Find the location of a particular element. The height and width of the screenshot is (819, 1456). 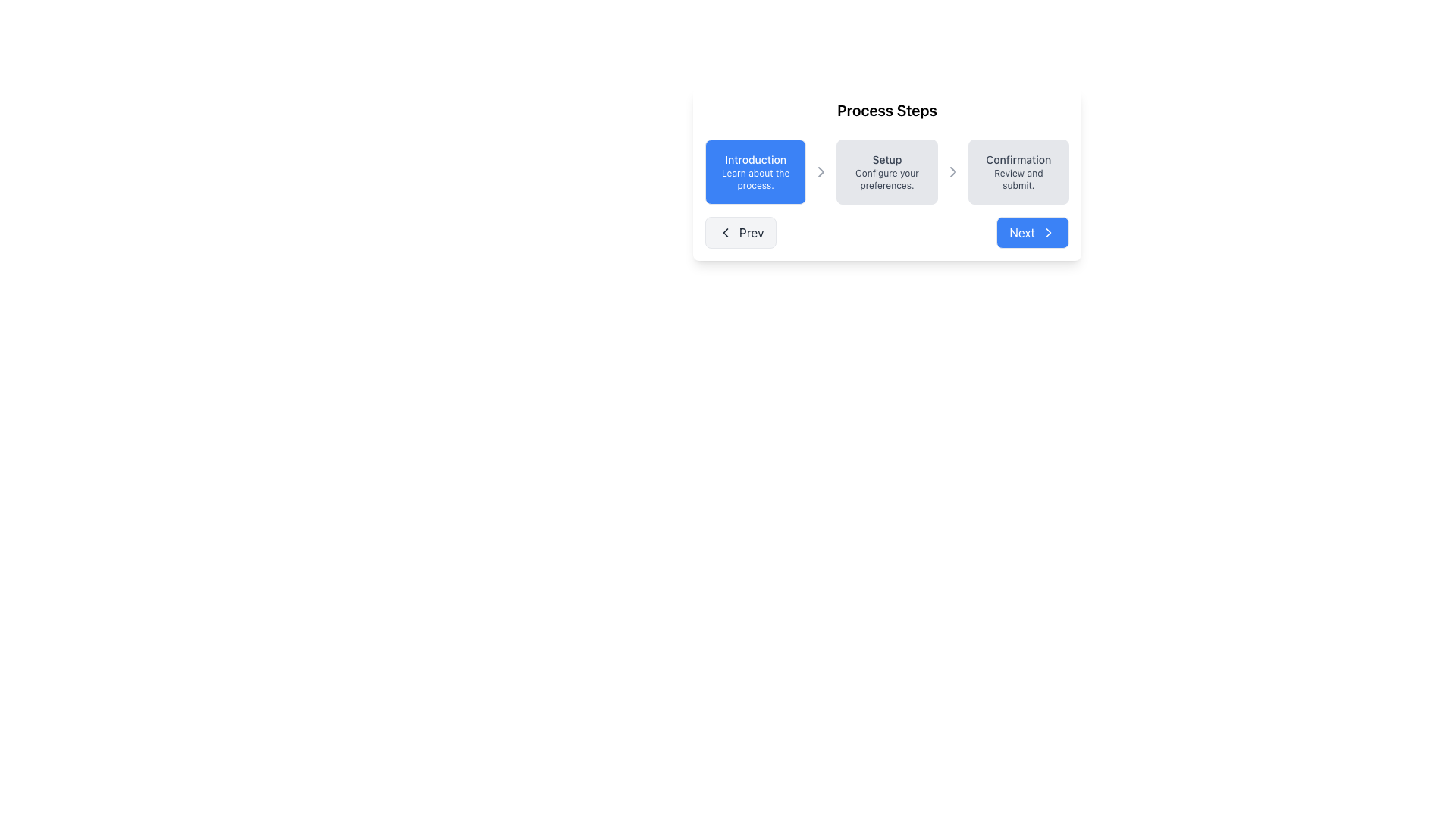

the 'Introduction' static text label in the multi-step process navigator, which is located just below the title 'Process Steps' and serves as the first step in a horizontal list of three steps is located at coordinates (755, 160).